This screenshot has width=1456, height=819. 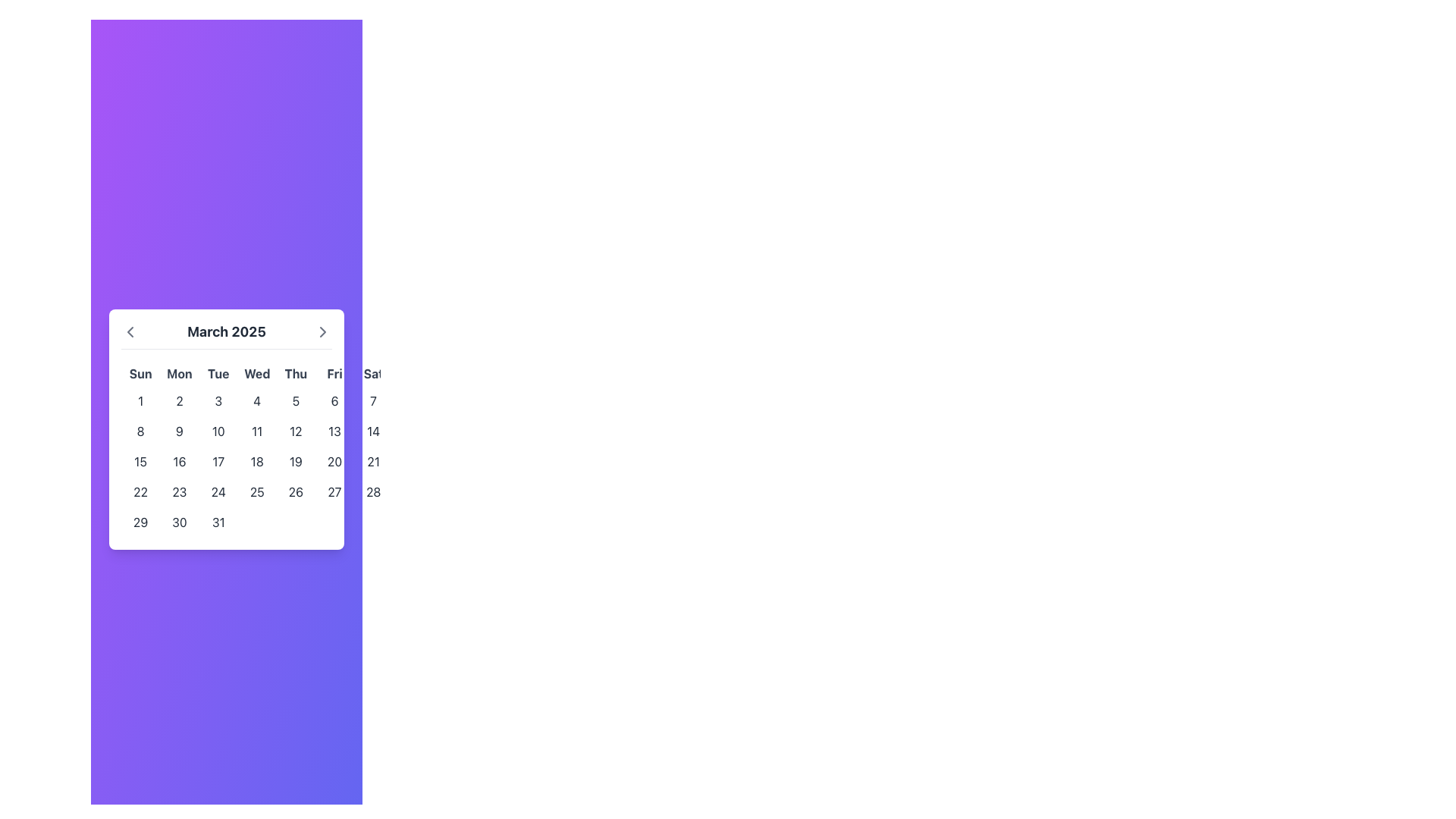 What do you see at coordinates (373, 460) in the screenshot?
I see `the static text element displaying the number '21' in a bold font, located in the last column of the Saturday row in the calendar interface` at bounding box center [373, 460].